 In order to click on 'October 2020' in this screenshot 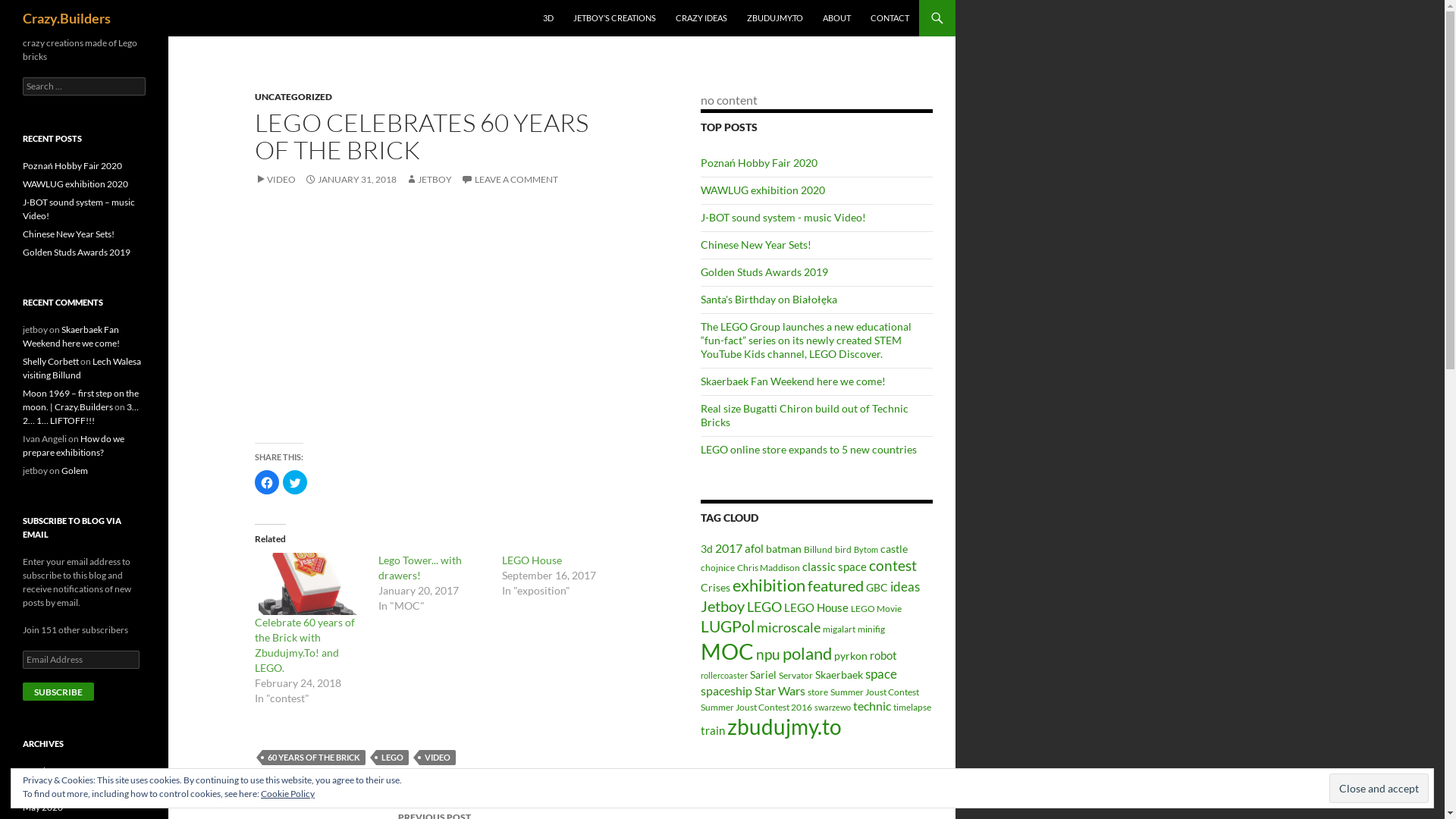, I will do `click(51, 770)`.